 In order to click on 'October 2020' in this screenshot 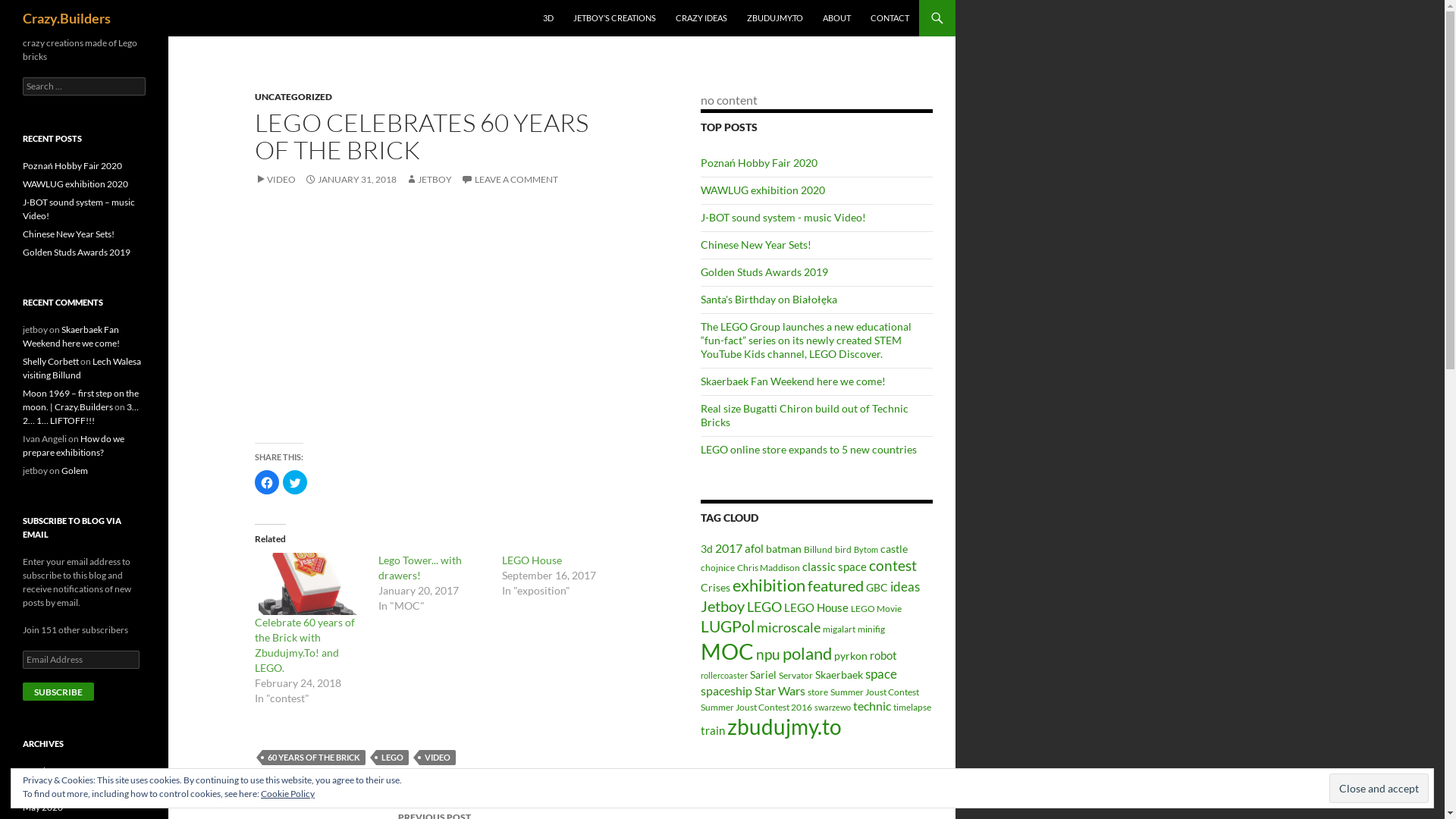, I will do `click(51, 770)`.